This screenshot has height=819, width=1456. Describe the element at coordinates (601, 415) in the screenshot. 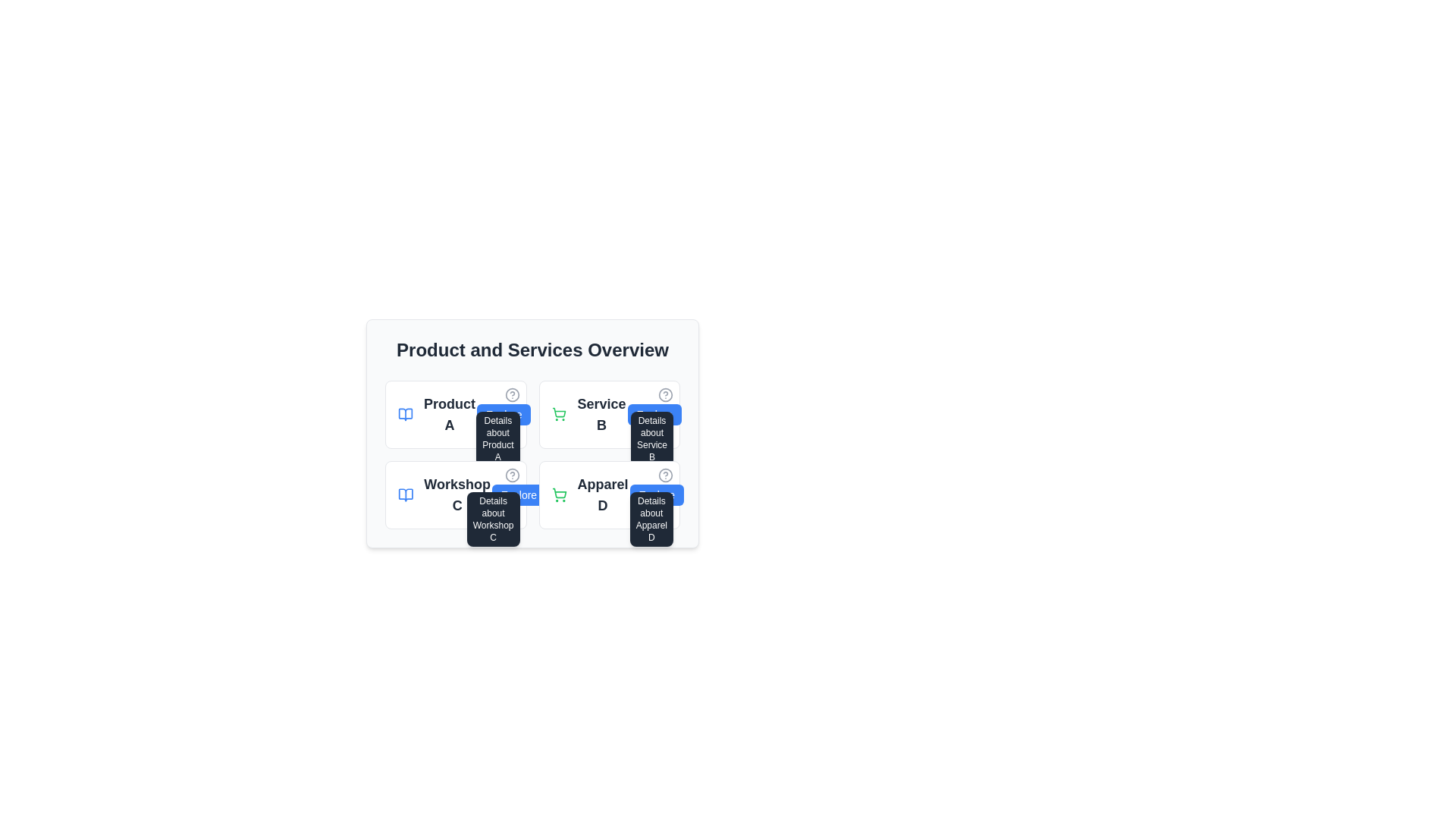

I see `the label element displaying 'Service B', which is styled with a large, bold font and dark gray color, located in the top row of the grid layout, second column` at that location.